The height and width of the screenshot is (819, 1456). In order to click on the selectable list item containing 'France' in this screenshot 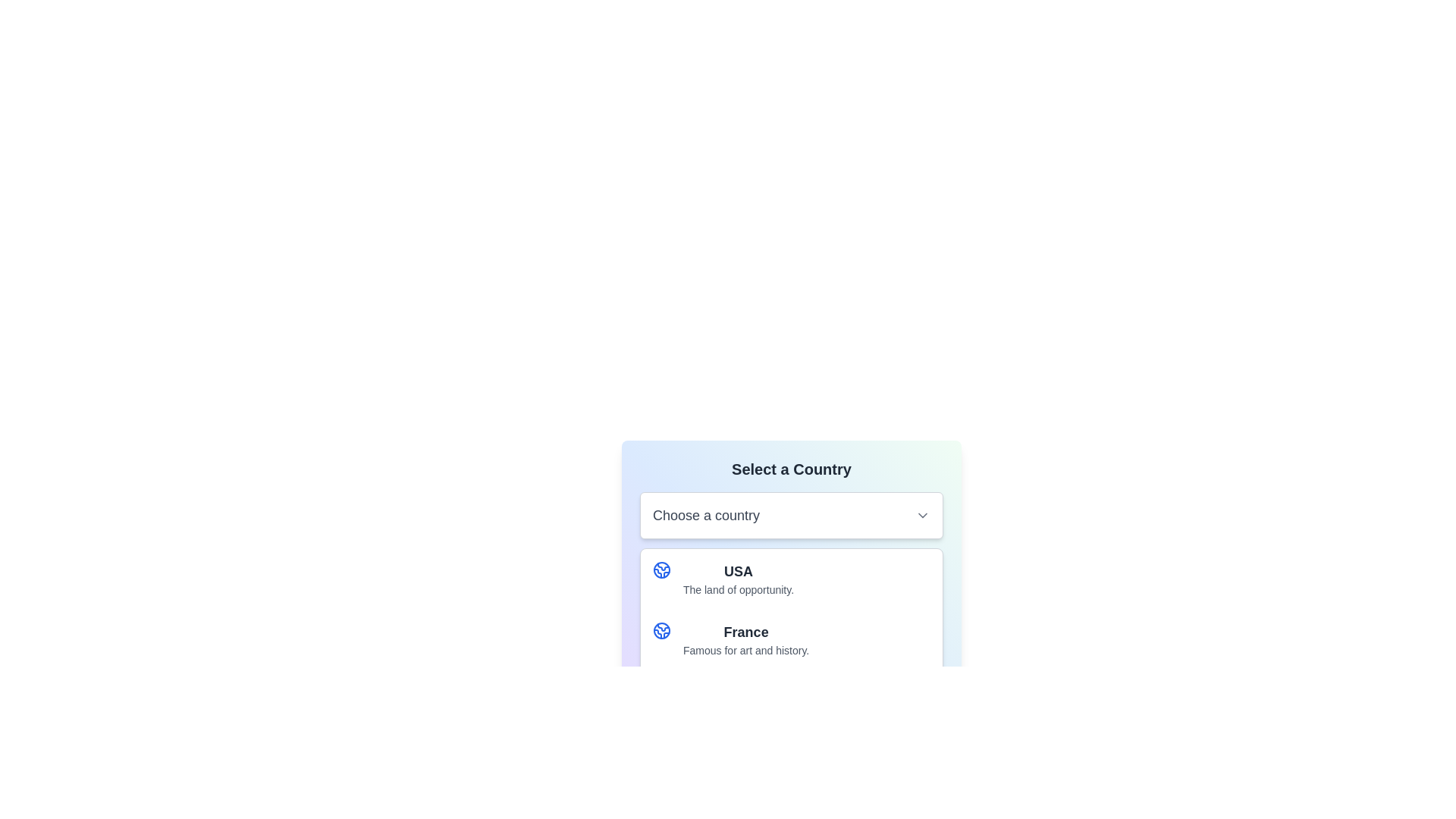, I will do `click(790, 640)`.